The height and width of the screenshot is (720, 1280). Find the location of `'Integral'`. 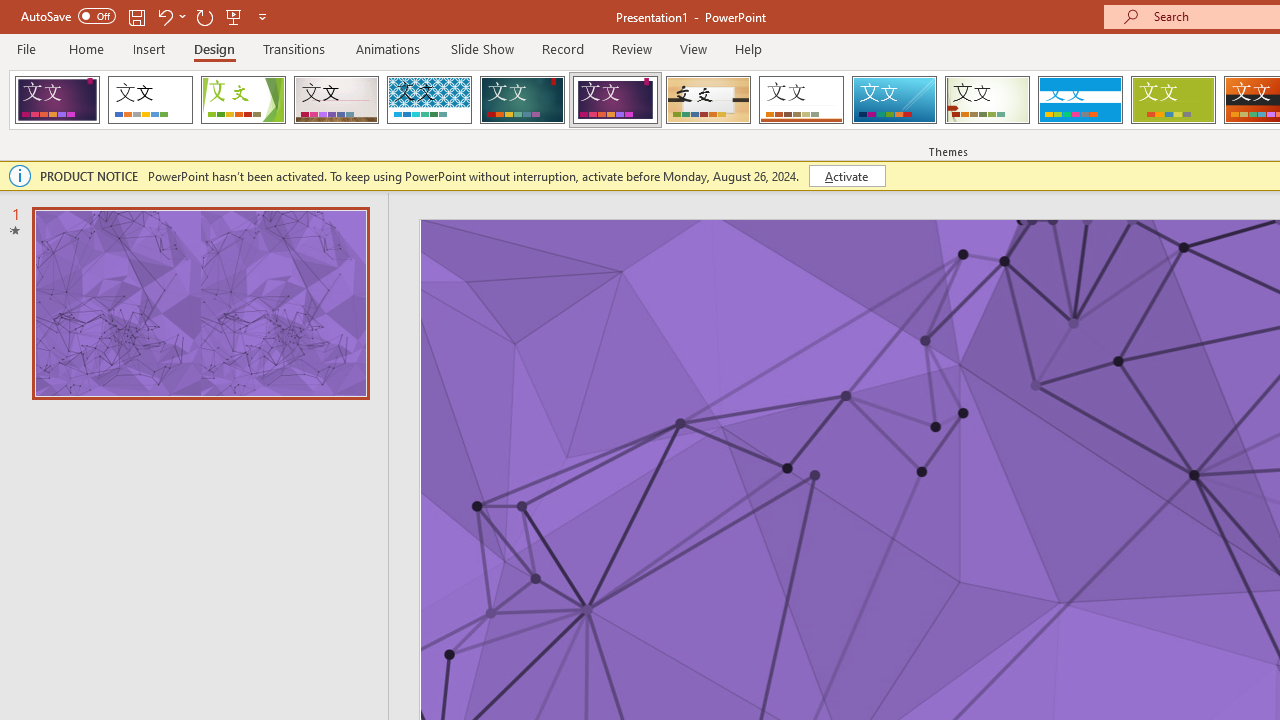

'Integral' is located at coordinates (428, 100).